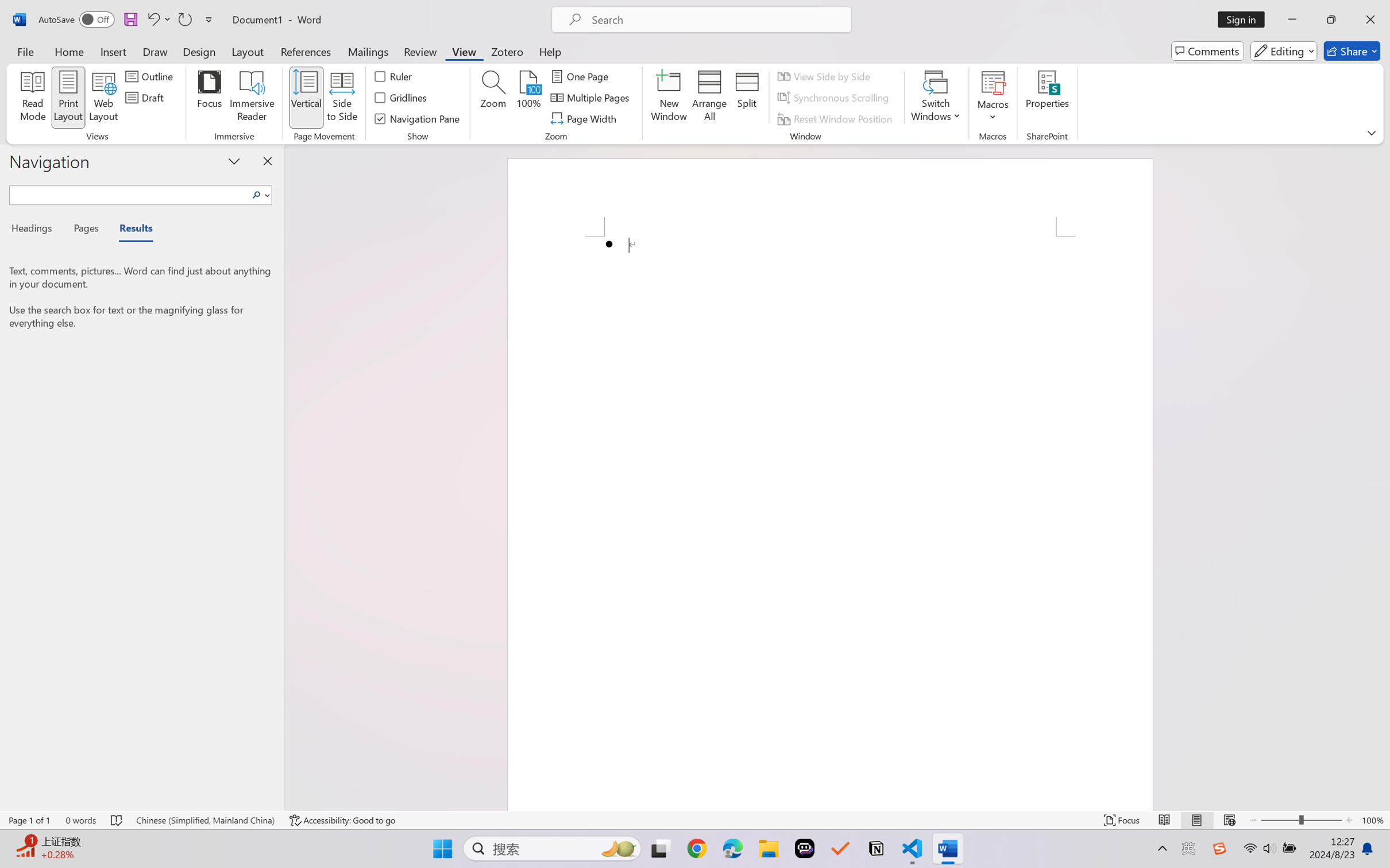 The height and width of the screenshot is (868, 1390). Describe the element at coordinates (35, 230) in the screenshot. I see `'Headings'` at that location.